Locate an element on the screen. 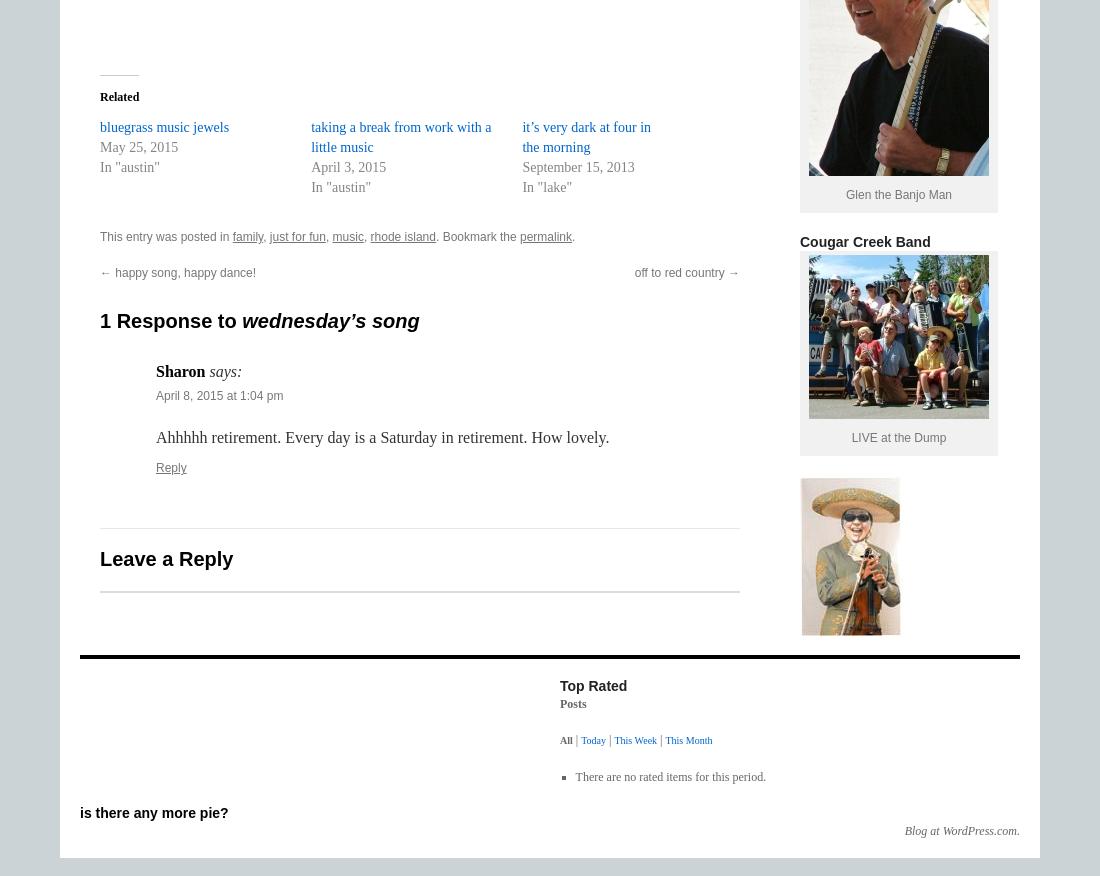  '1 Response to' is located at coordinates (170, 320).